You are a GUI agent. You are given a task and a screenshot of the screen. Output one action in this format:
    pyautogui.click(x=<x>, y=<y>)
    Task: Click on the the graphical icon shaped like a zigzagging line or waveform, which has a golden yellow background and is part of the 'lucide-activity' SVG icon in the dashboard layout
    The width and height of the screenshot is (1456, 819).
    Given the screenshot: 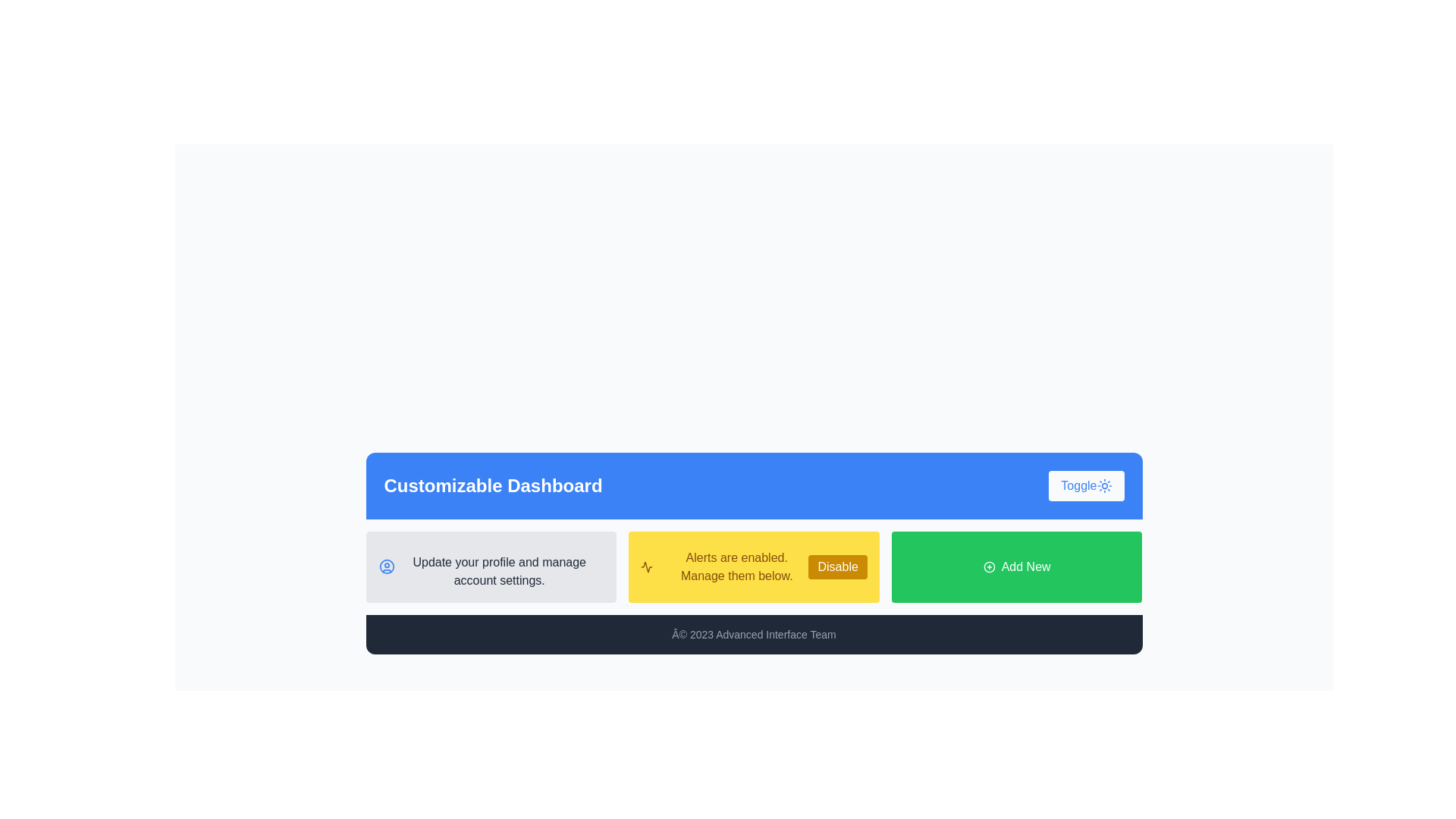 What is the action you would take?
    pyautogui.click(x=647, y=567)
    